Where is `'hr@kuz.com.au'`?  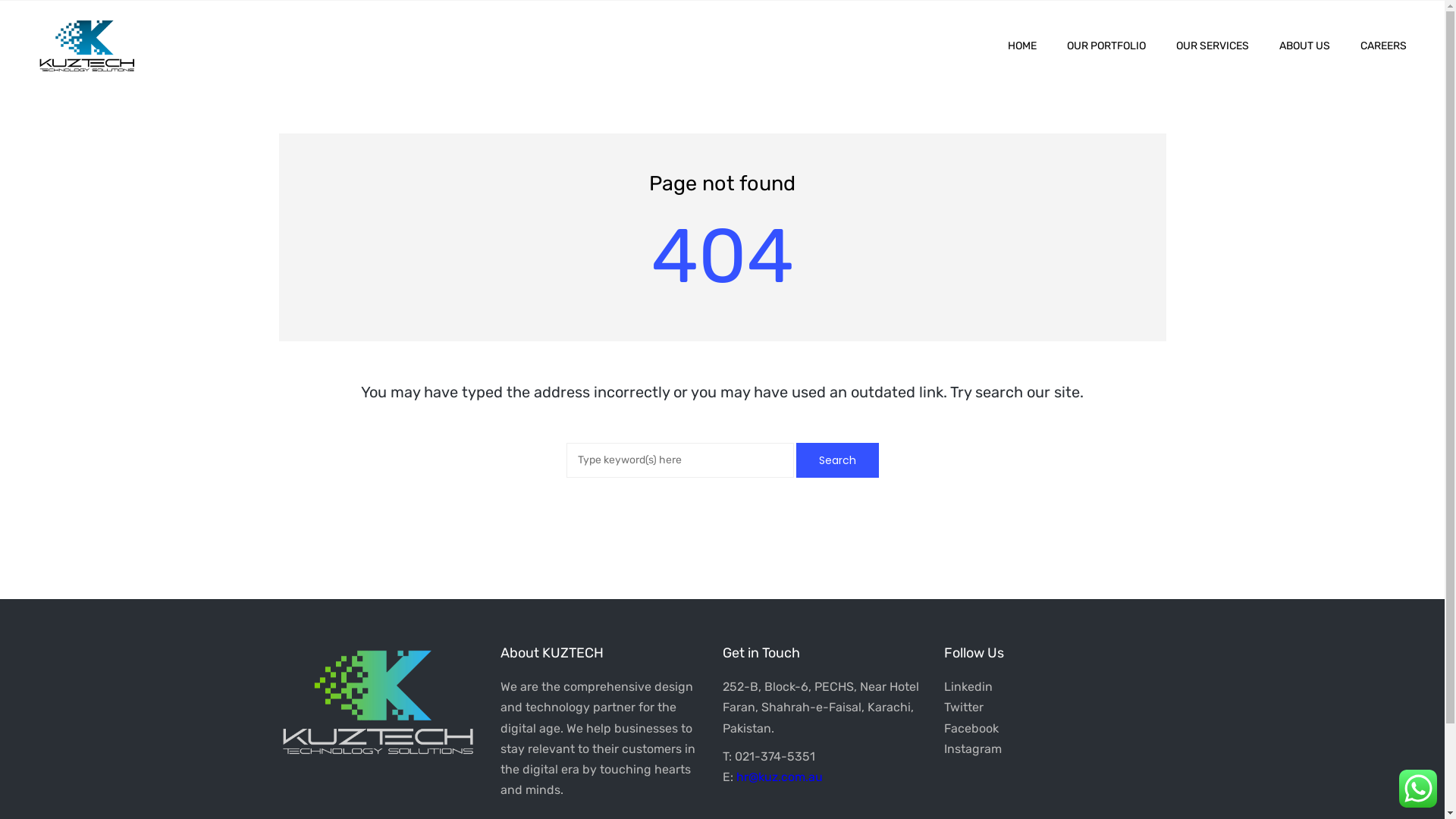
'hr@kuz.com.au' is located at coordinates (779, 777).